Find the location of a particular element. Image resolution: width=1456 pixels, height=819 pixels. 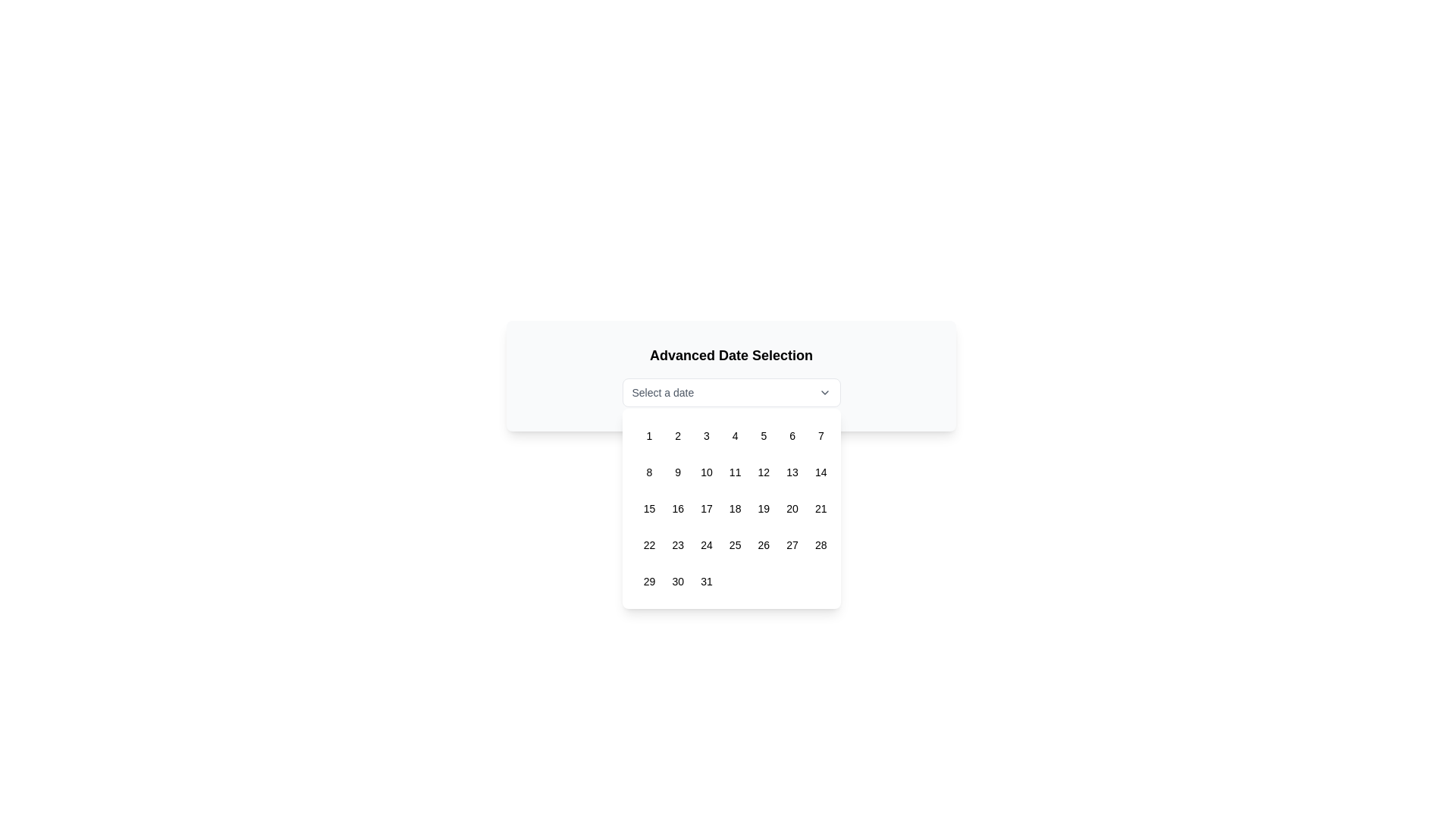

the circular button labeled '26' in the date grid is located at coordinates (764, 544).